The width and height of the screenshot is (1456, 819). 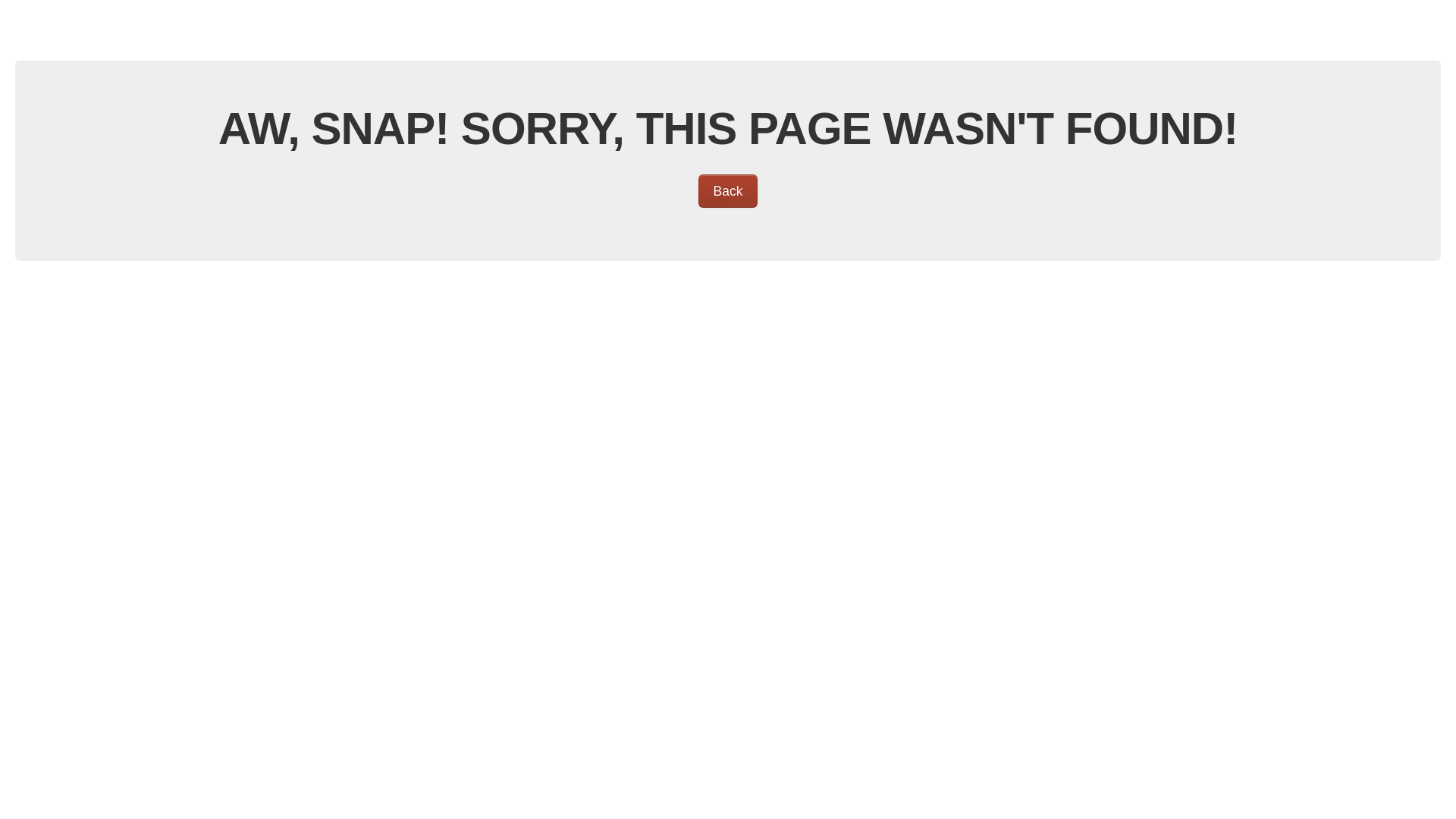 What do you see at coordinates (728, 190) in the screenshot?
I see `'Back'` at bounding box center [728, 190].